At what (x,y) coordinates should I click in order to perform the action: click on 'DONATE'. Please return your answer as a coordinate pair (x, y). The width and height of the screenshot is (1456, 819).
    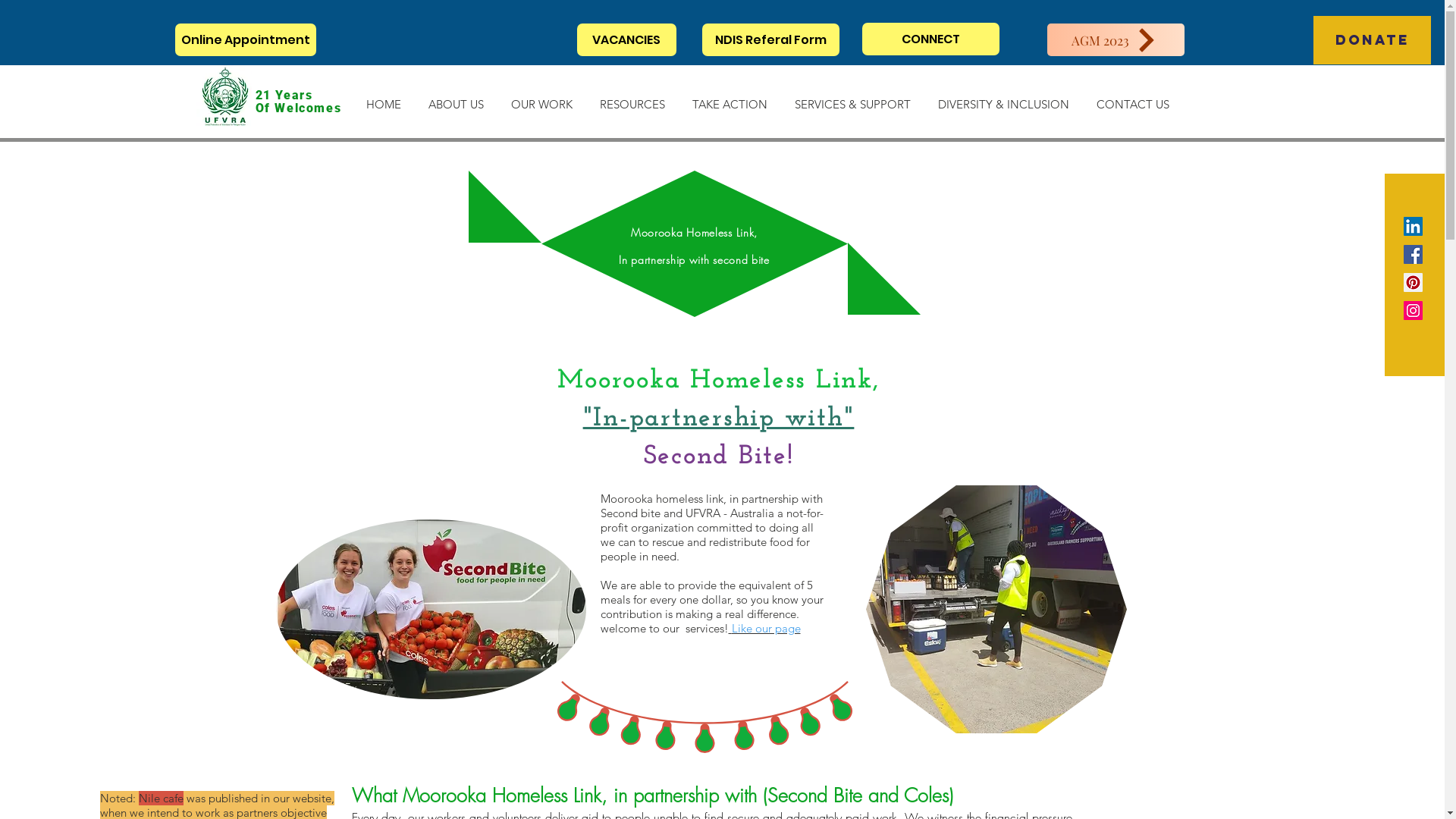
    Looking at the image, I should click on (1372, 39).